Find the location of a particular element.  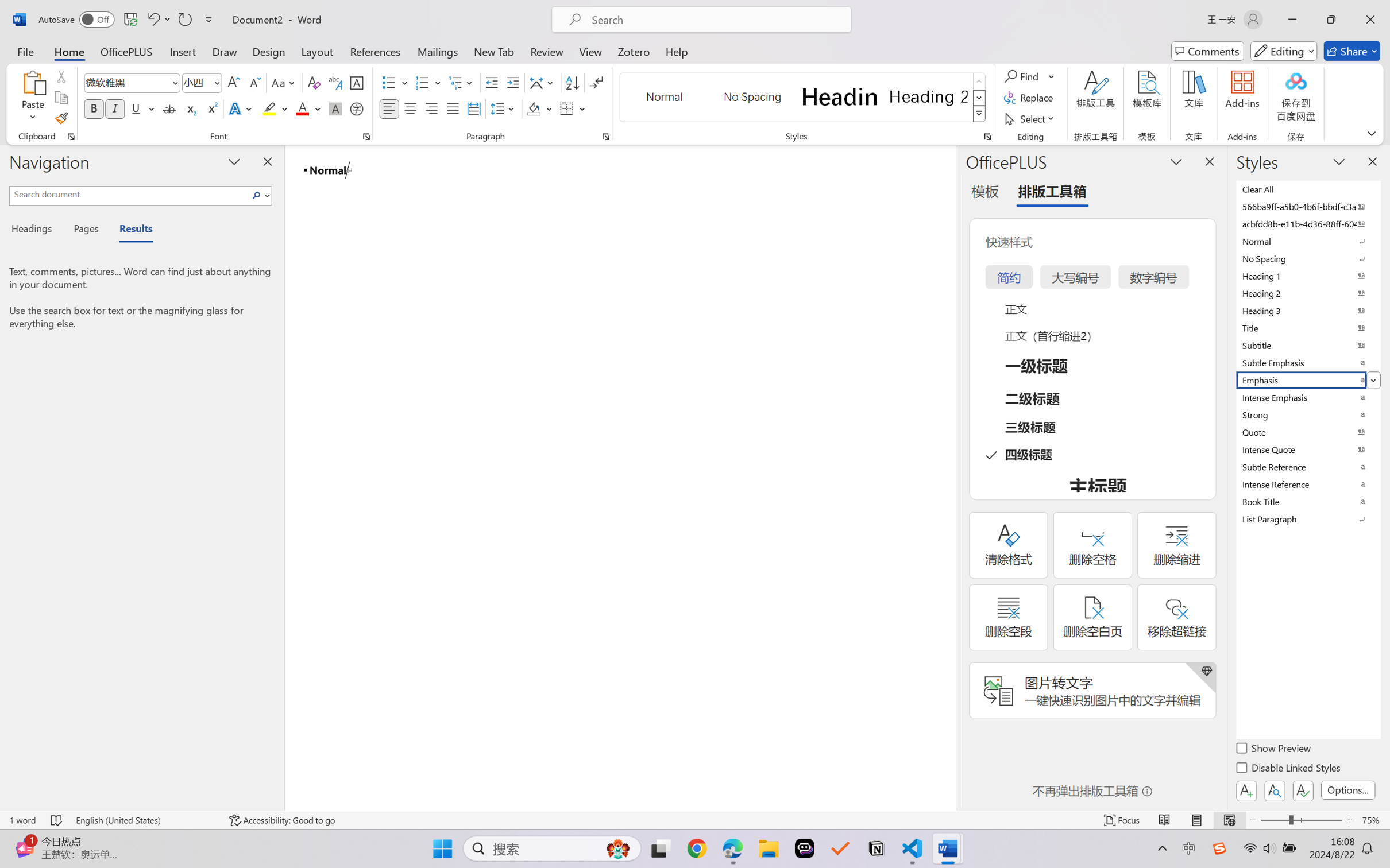

'No Spacing' is located at coordinates (1307, 258).